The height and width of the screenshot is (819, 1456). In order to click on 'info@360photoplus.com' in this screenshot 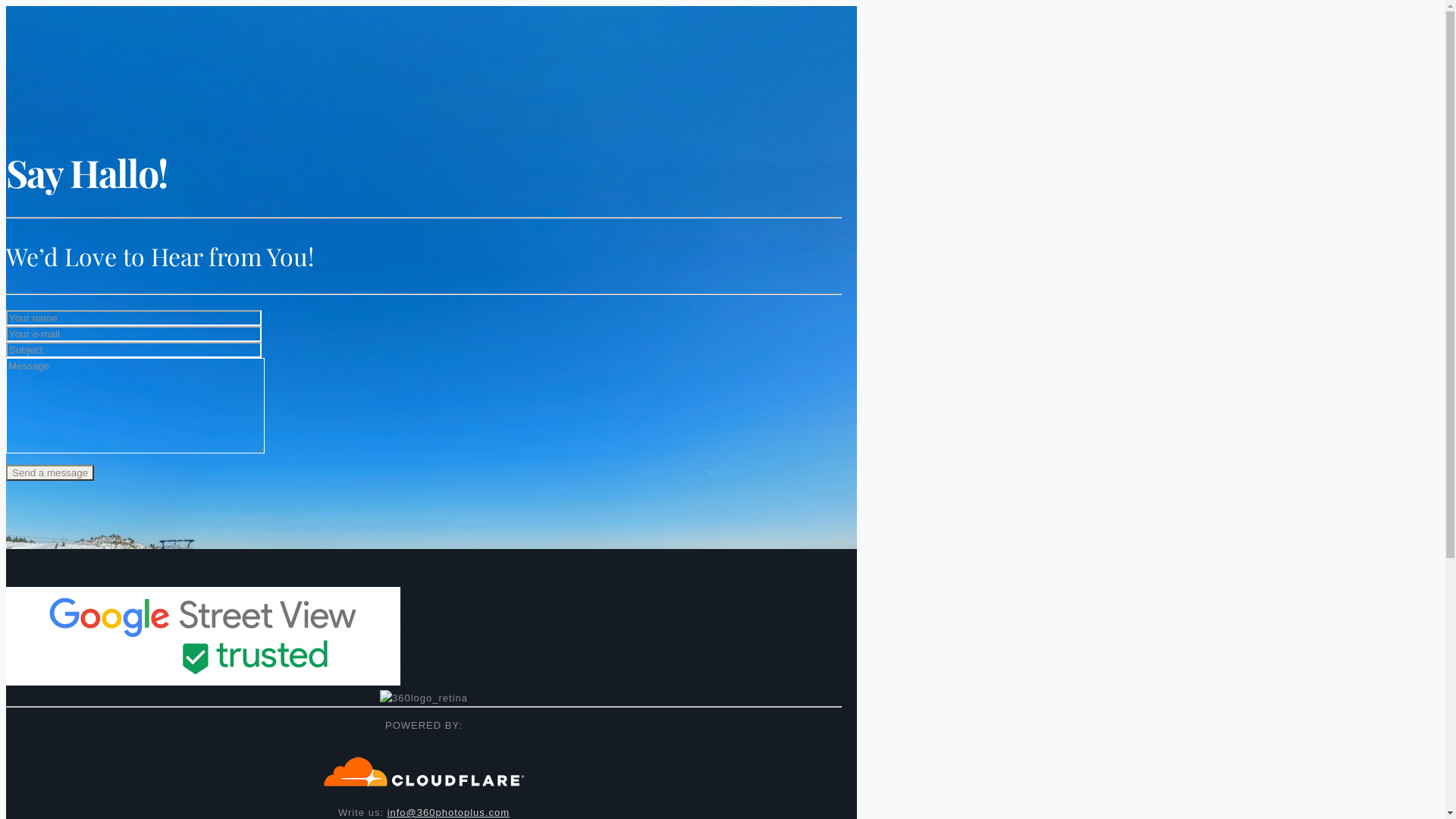, I will do `click(447, 811)`.